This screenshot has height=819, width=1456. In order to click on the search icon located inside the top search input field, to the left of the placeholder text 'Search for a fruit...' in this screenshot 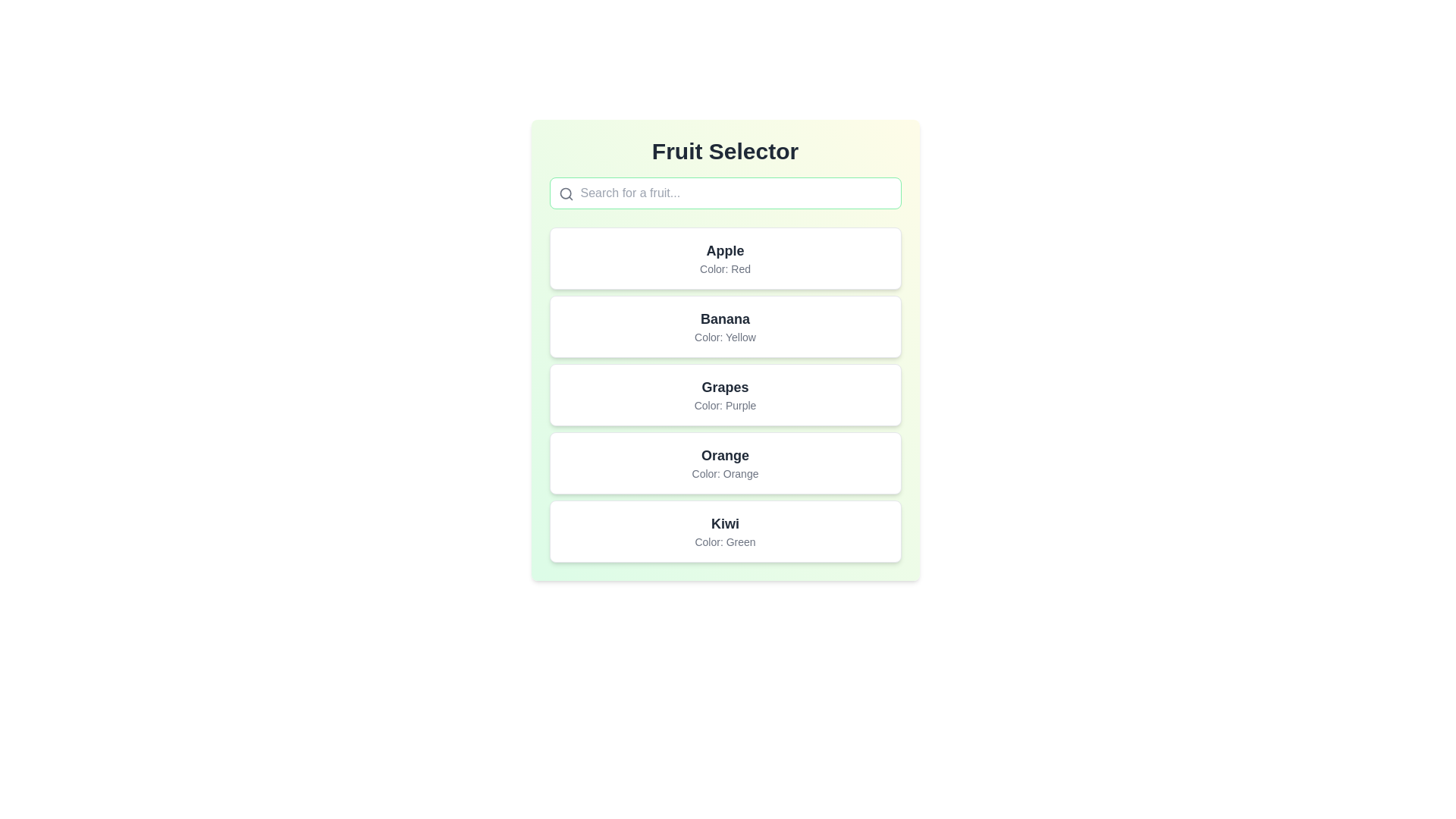, I will do `click(565, 193)`.